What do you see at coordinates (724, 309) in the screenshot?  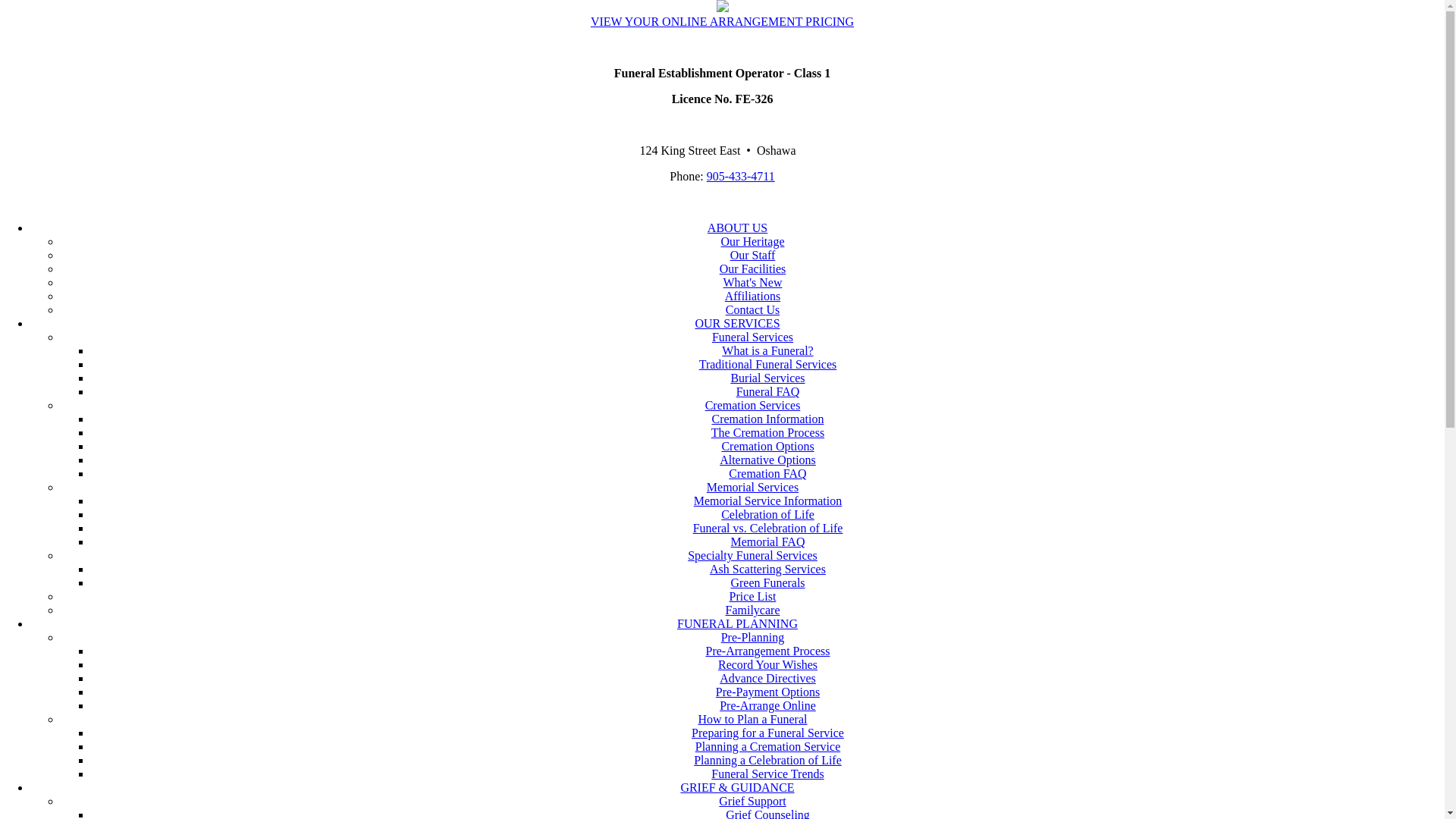 I see `'Contact Us'` at bounding box center [724, 309].